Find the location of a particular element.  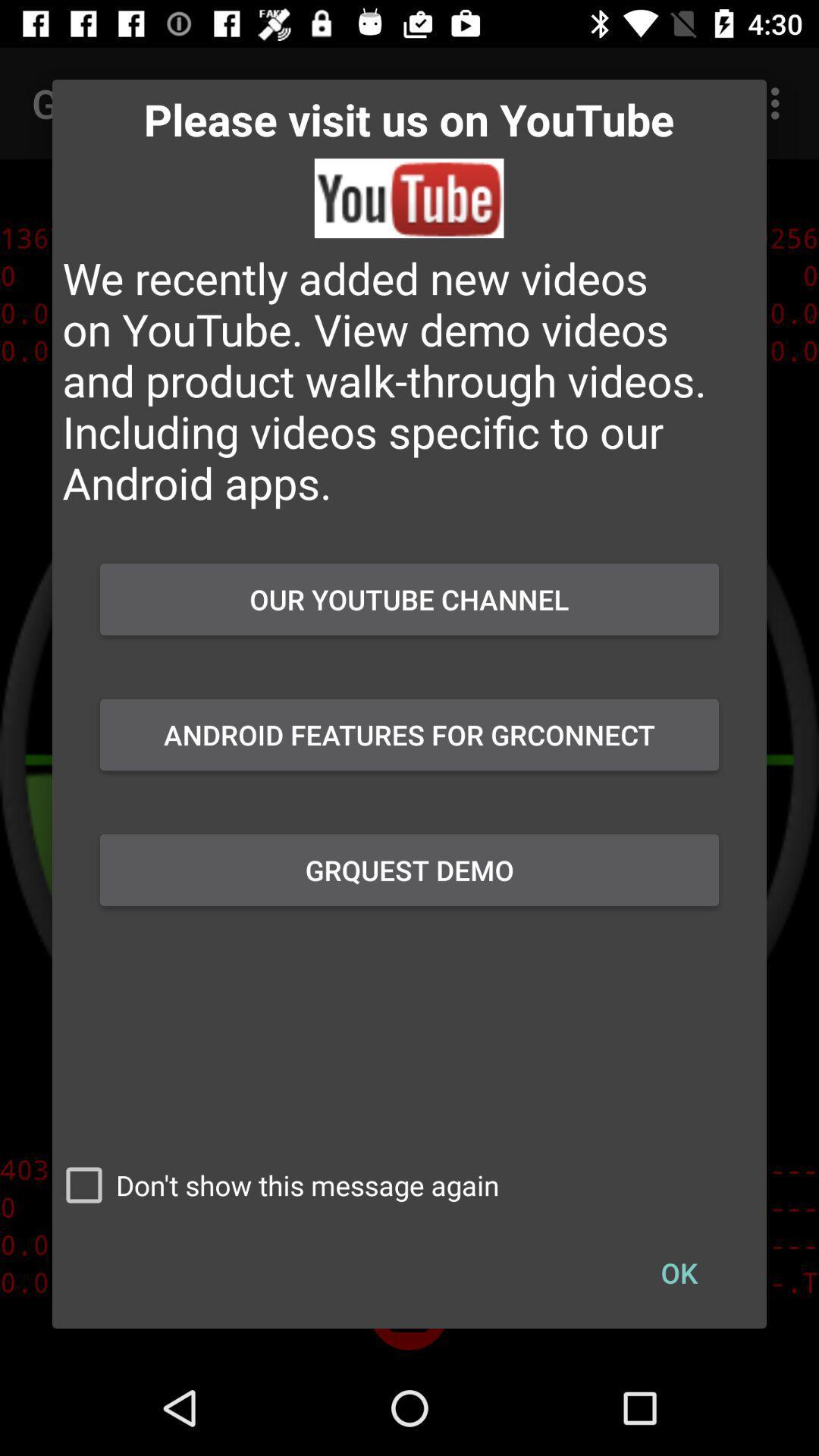

the grquest demo is located at coordinates (409, 870).